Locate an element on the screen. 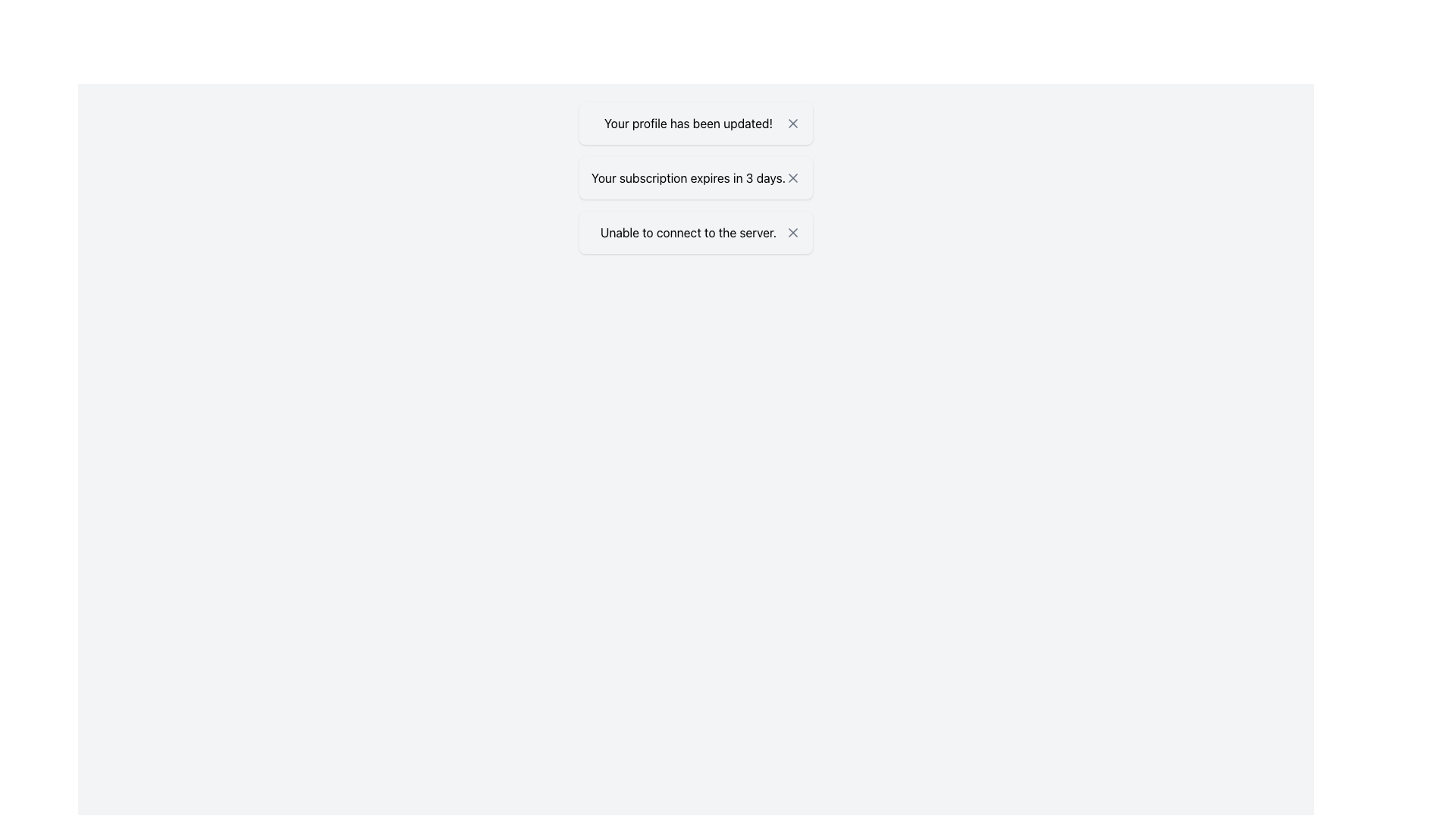 The image size is (1456, 819). notification text that states 'Your subscription expires in 3 days.' which is part of the second notification card with a light yellow background is located at coordinates (687, 177).